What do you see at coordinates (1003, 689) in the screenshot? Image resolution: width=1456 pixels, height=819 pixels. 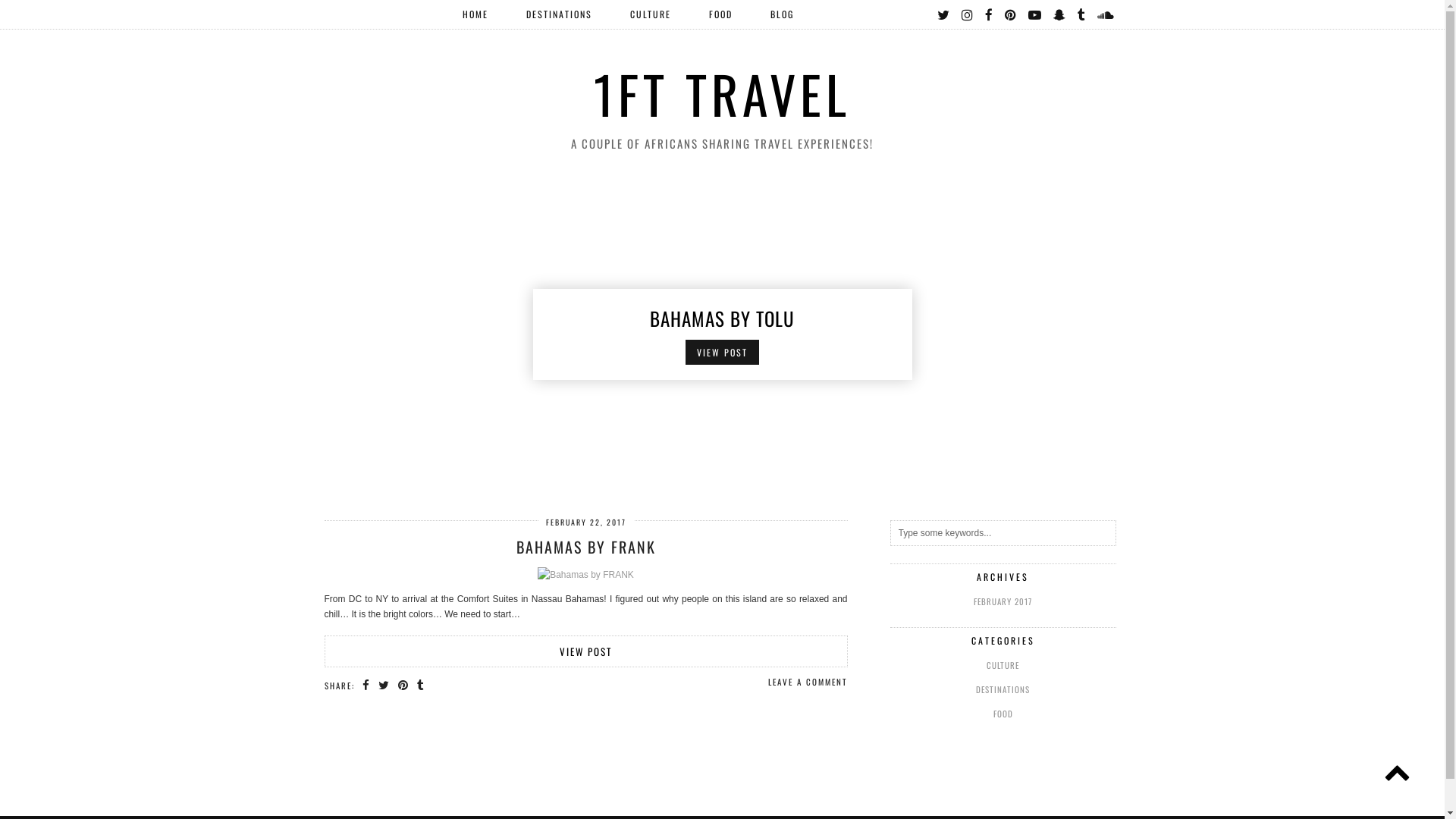 I see `'DESTINATIONS'` at bounding box center [1003, 689].